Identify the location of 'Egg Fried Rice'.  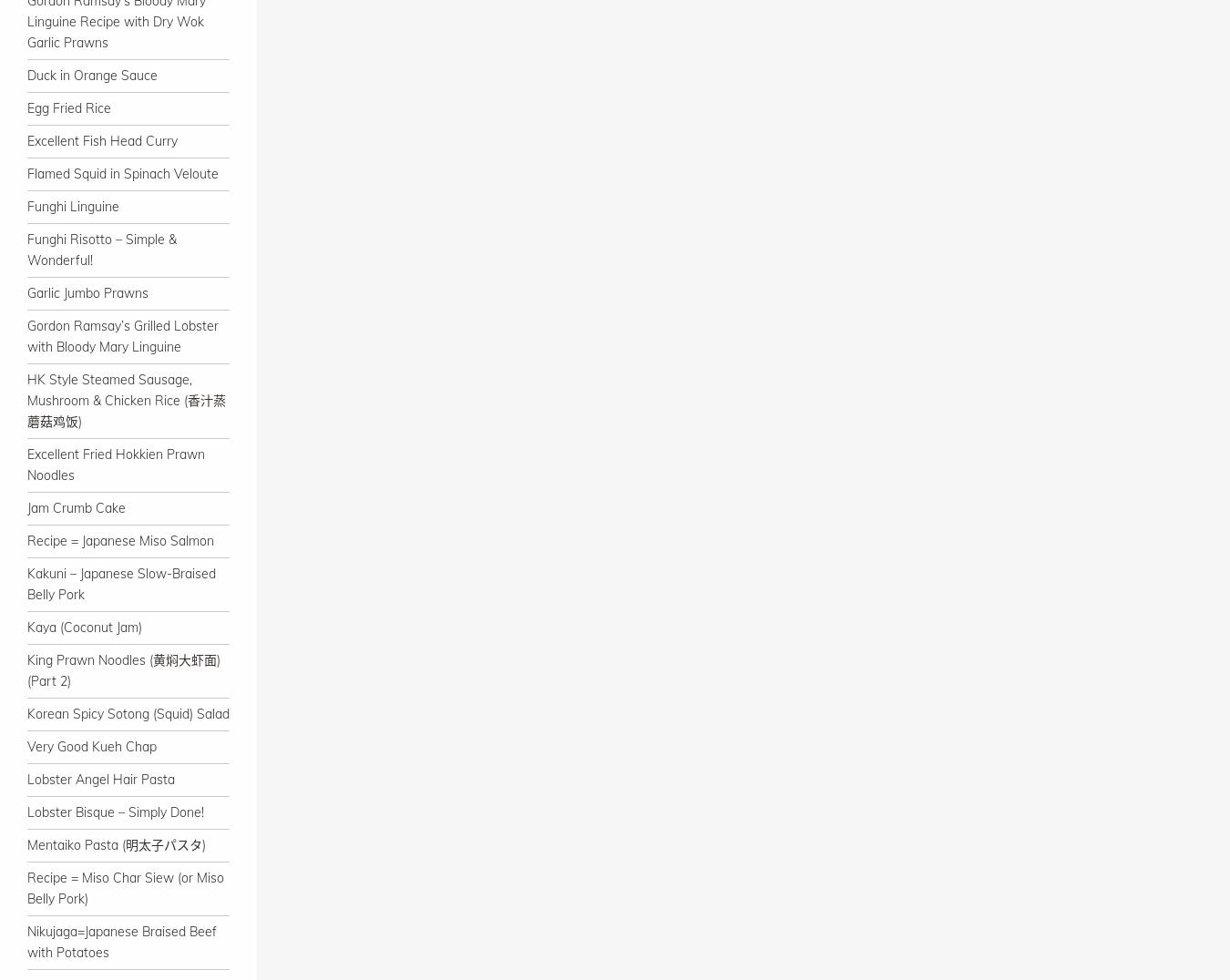
(68, 107).